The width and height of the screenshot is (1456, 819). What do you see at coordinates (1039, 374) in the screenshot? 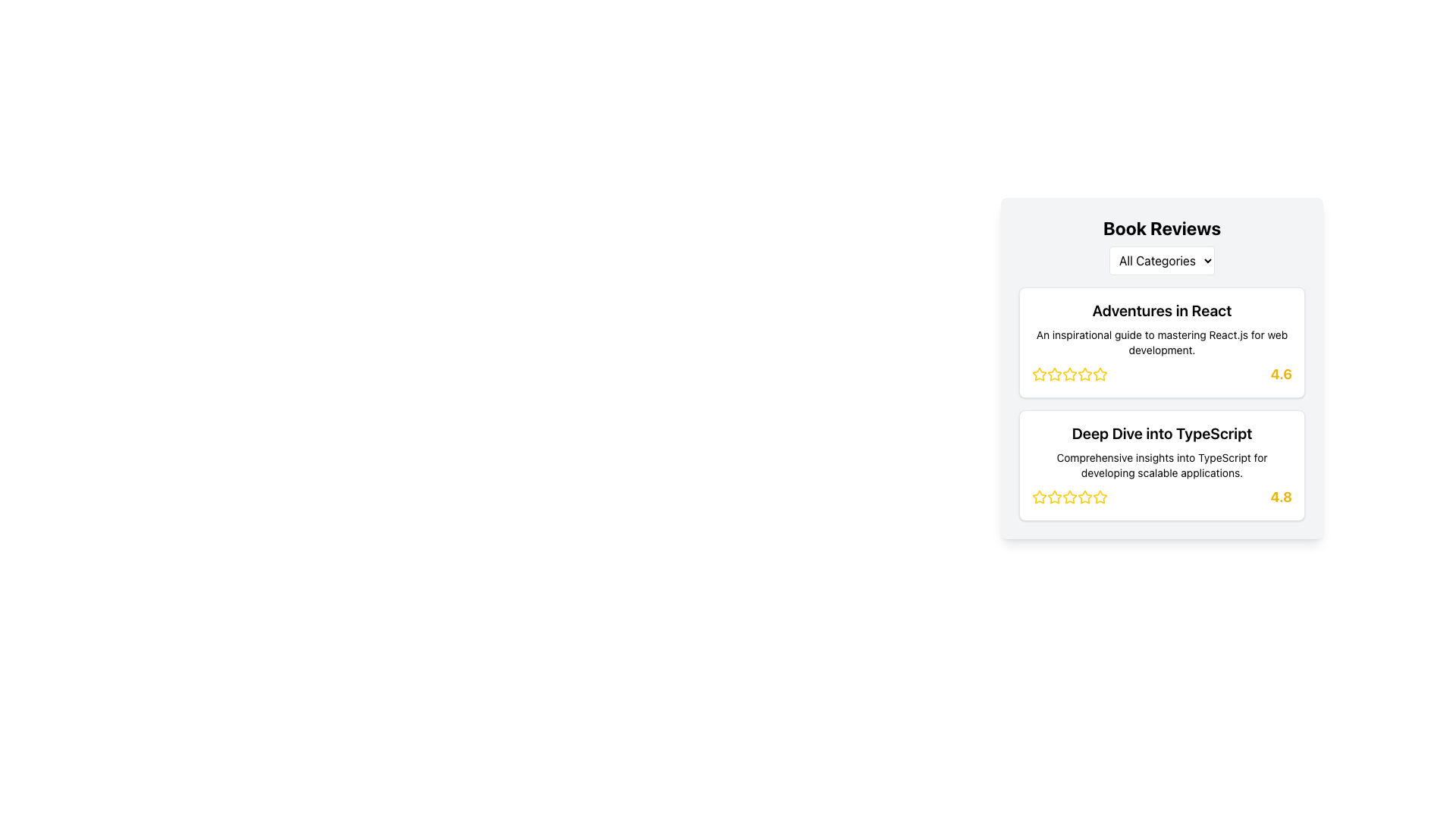
I see `the first star icon, which is a five-pointed star outlined in yellow, to indicate an intended rating for the review titled 'Adventures in React'` at bounding box center [1039, 374].